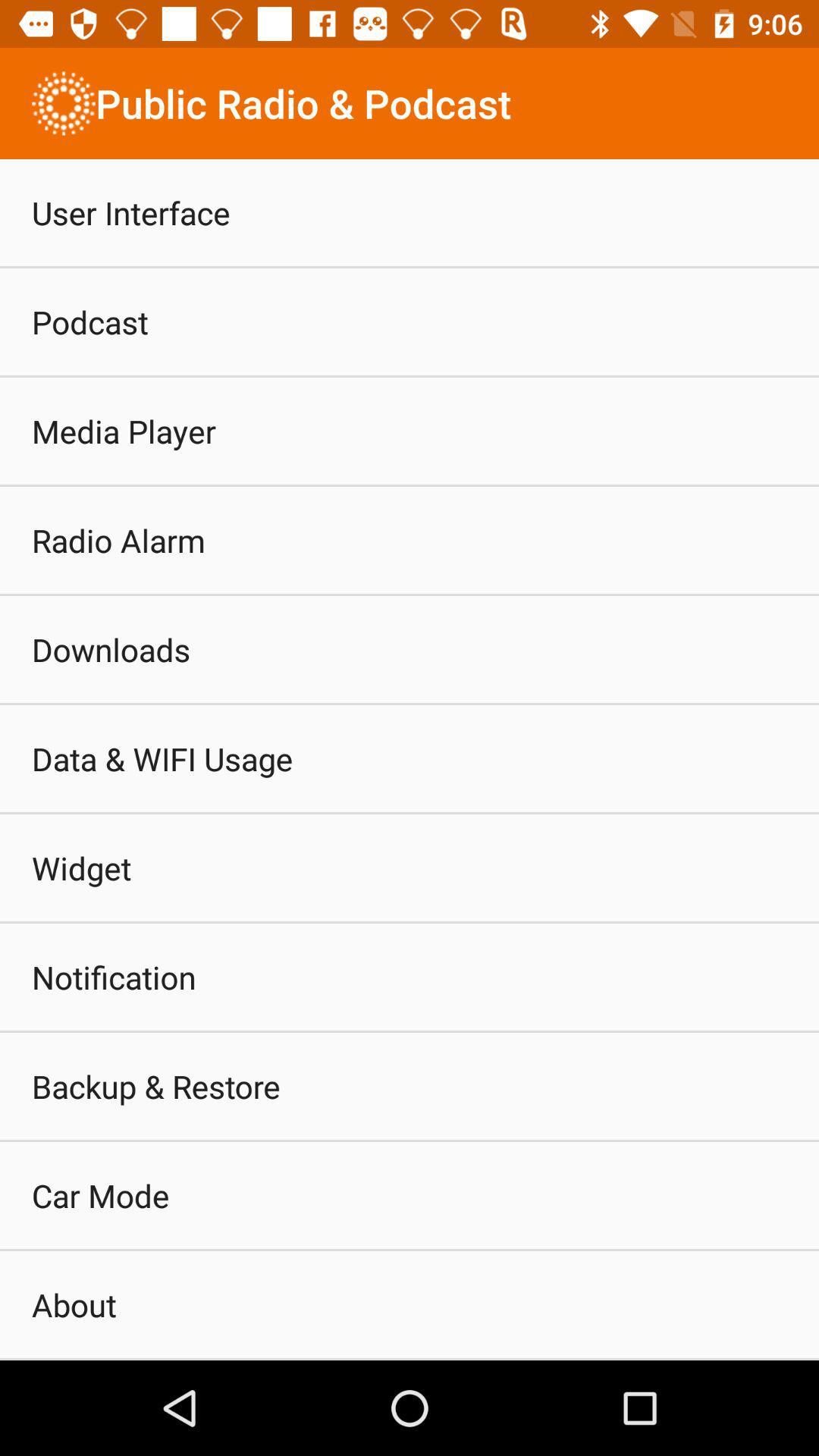  Describe the element at coordinates (130, 212) in the screenshot. I see `item above the podcast app` at that location.